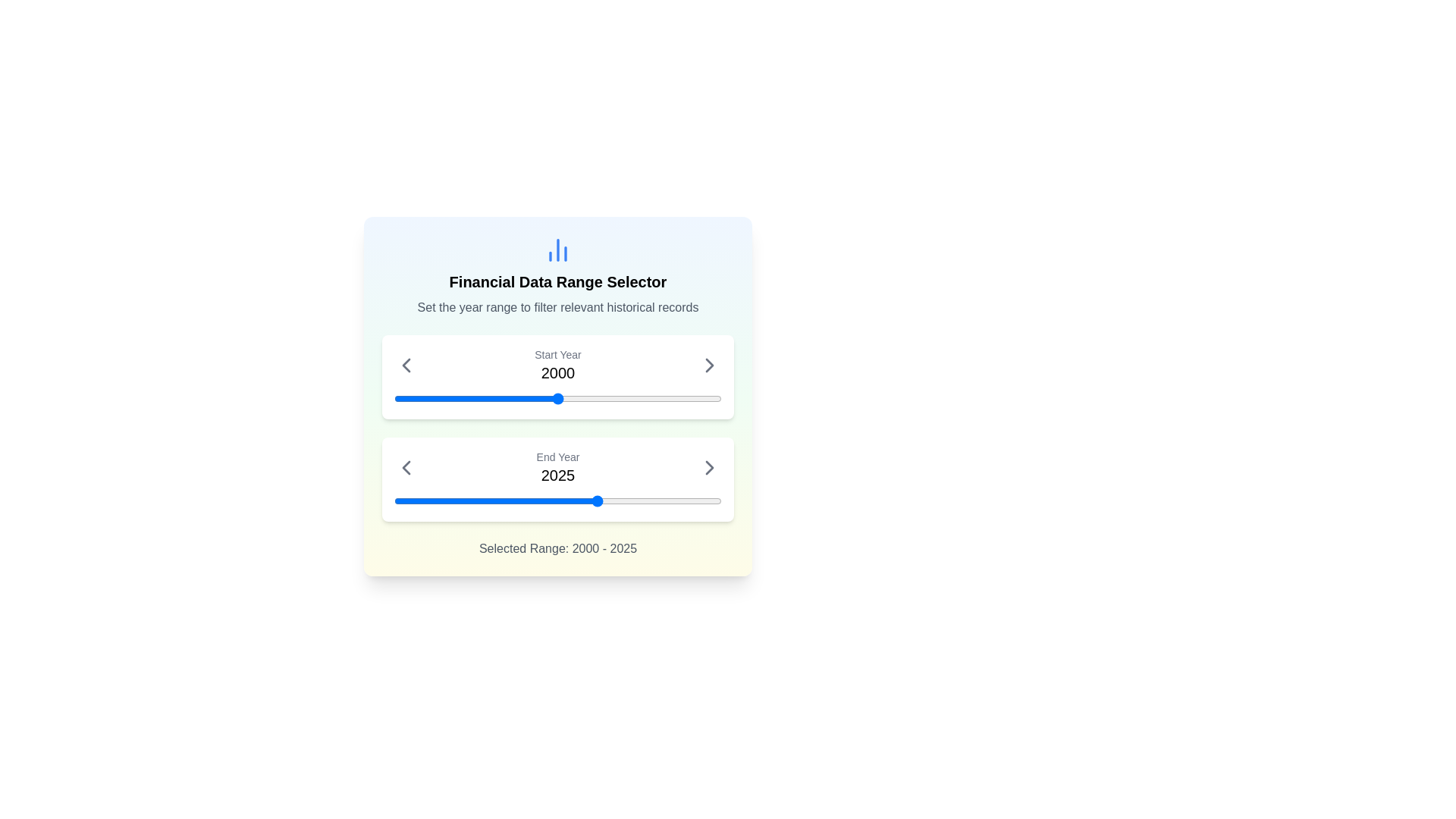  Describe the element at coordinates (406, 467) in the screenshot. I see `the leftmost arrow icon in the 'End Year' section` at that location.